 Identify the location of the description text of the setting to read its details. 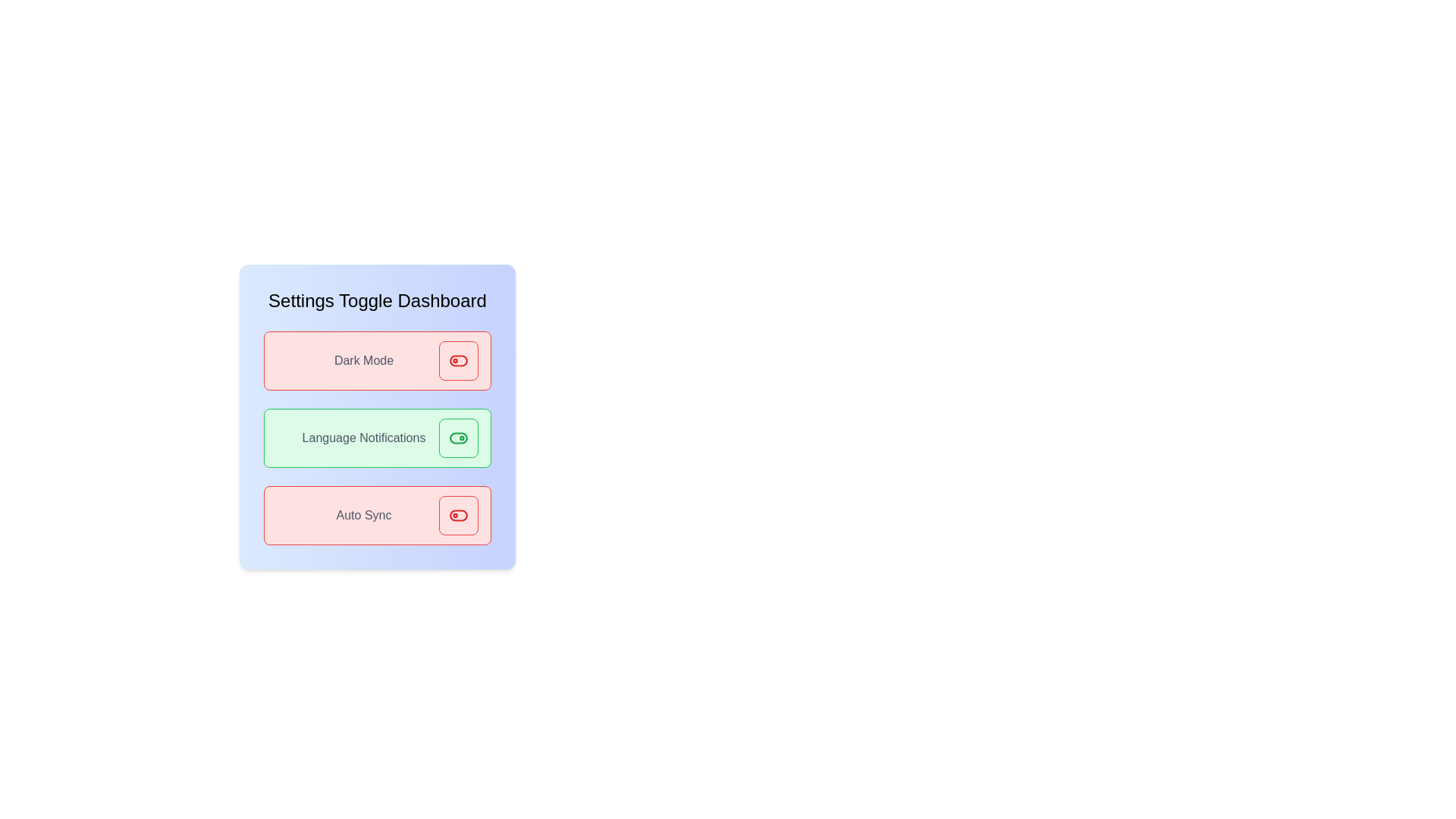
(364, 360).